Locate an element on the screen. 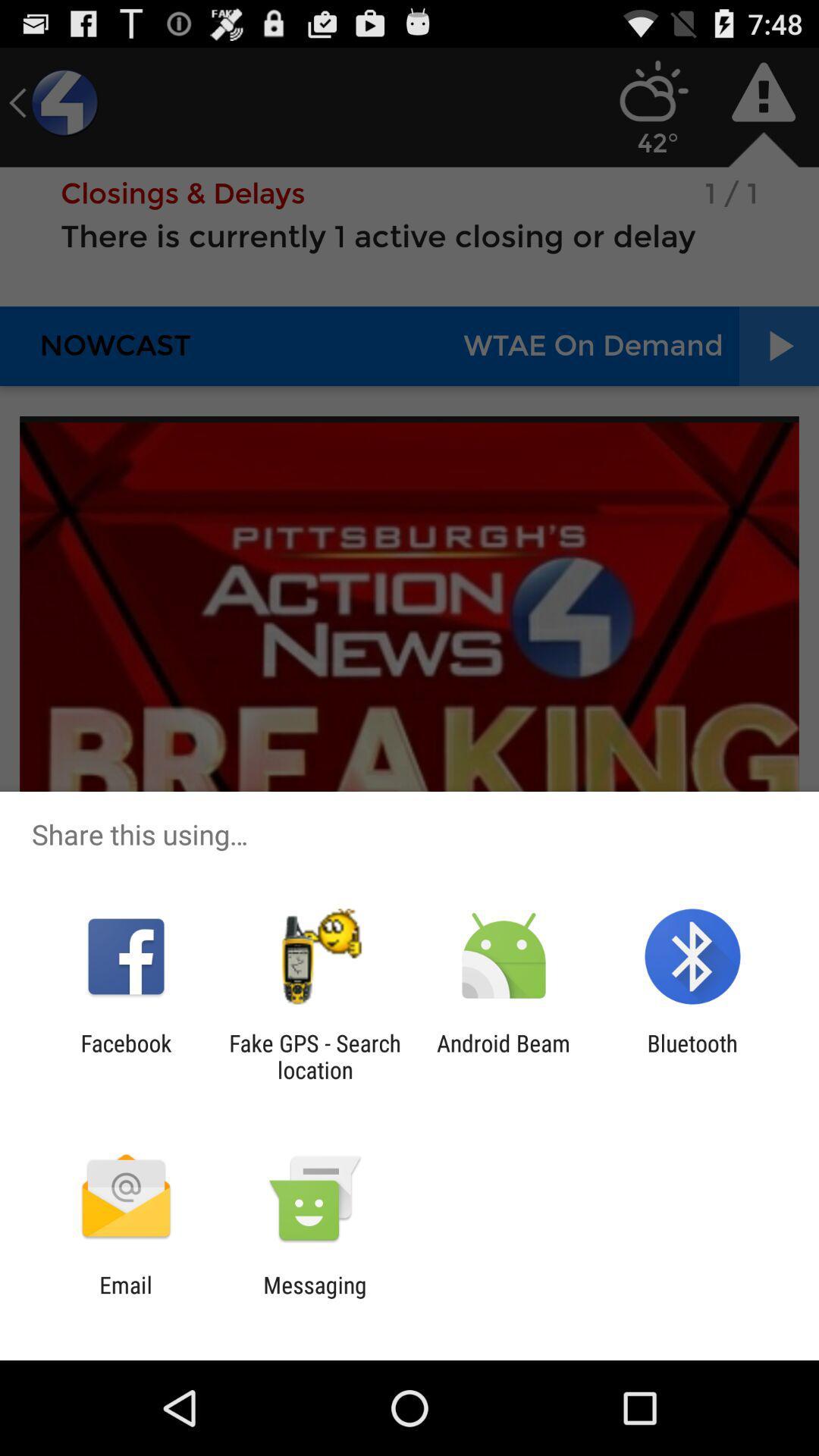 This screenshot has height=1456, width=819. fake gps search app is located at coordinates (314, 1056).